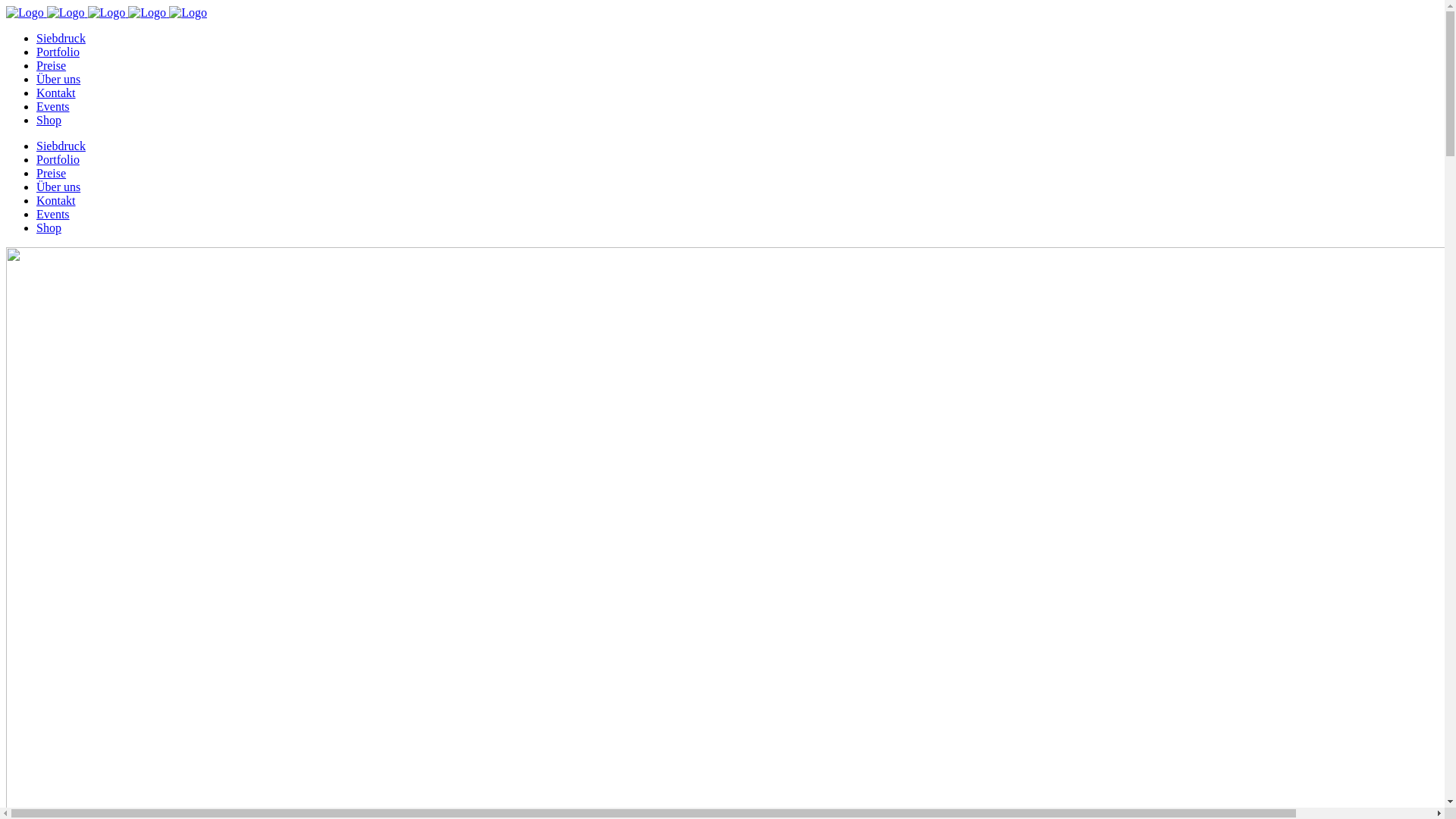 The width and height of the screenshot is (1456, 819). Describe the element at coordinates (61, 37) in the screenshot. I see `'Siebdruck'` at that location.